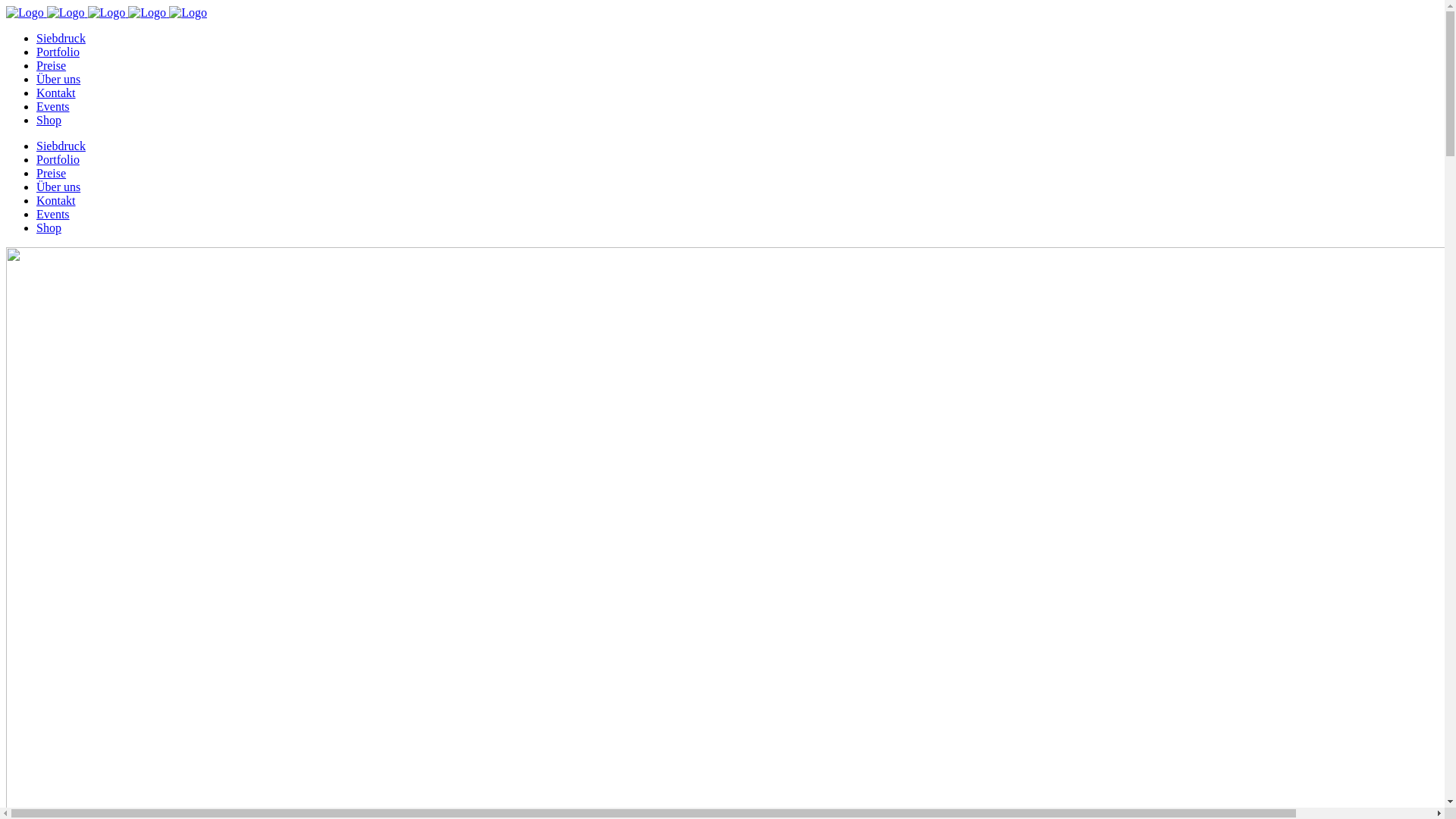 The width and height of the screenshot is (1456, 819). Describe the element at coordinates (61, 37) in the screenshot. I see `'Siebdruck'` at that location.